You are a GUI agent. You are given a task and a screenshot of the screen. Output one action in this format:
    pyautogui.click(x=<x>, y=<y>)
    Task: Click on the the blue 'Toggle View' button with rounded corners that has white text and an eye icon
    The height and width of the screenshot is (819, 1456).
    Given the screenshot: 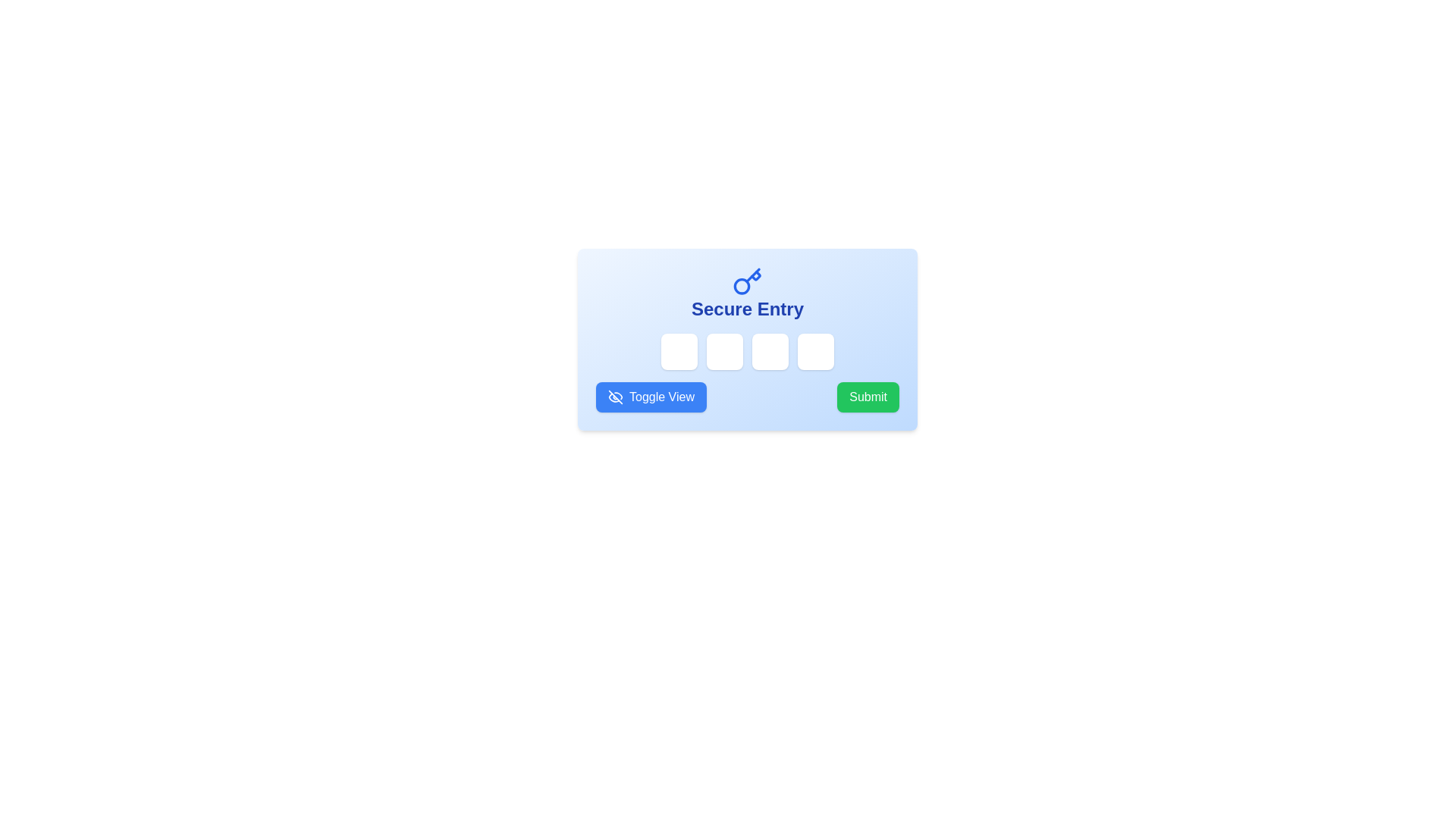 What is the action you would take?
    pyautogui.click(x=651, y=397)
    